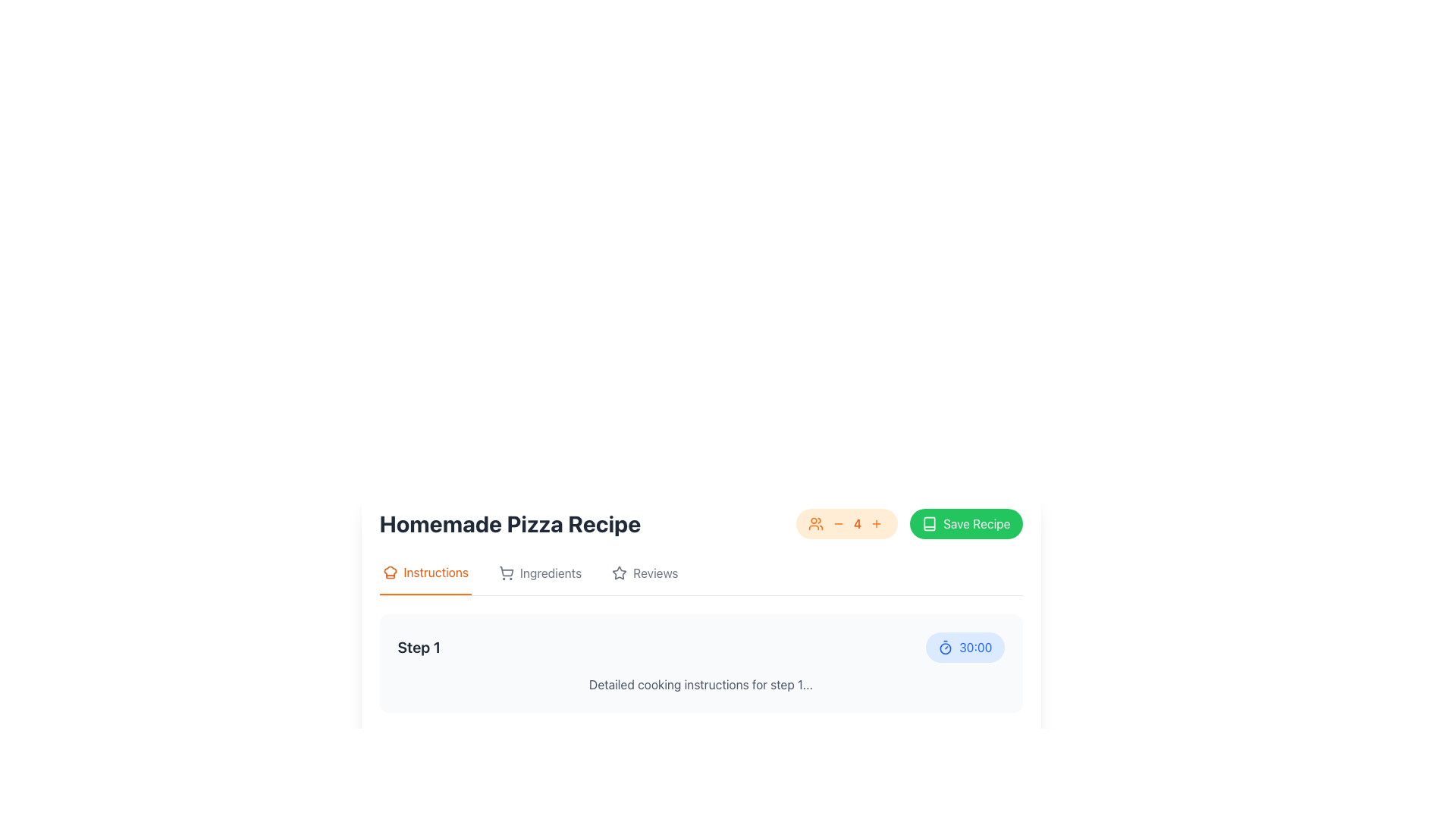 The height and width of the screenshot is (819, 1456). I want to click on the 'Reviews' icon by moving the cursor to its center point to highlight it, so click(620, 573).